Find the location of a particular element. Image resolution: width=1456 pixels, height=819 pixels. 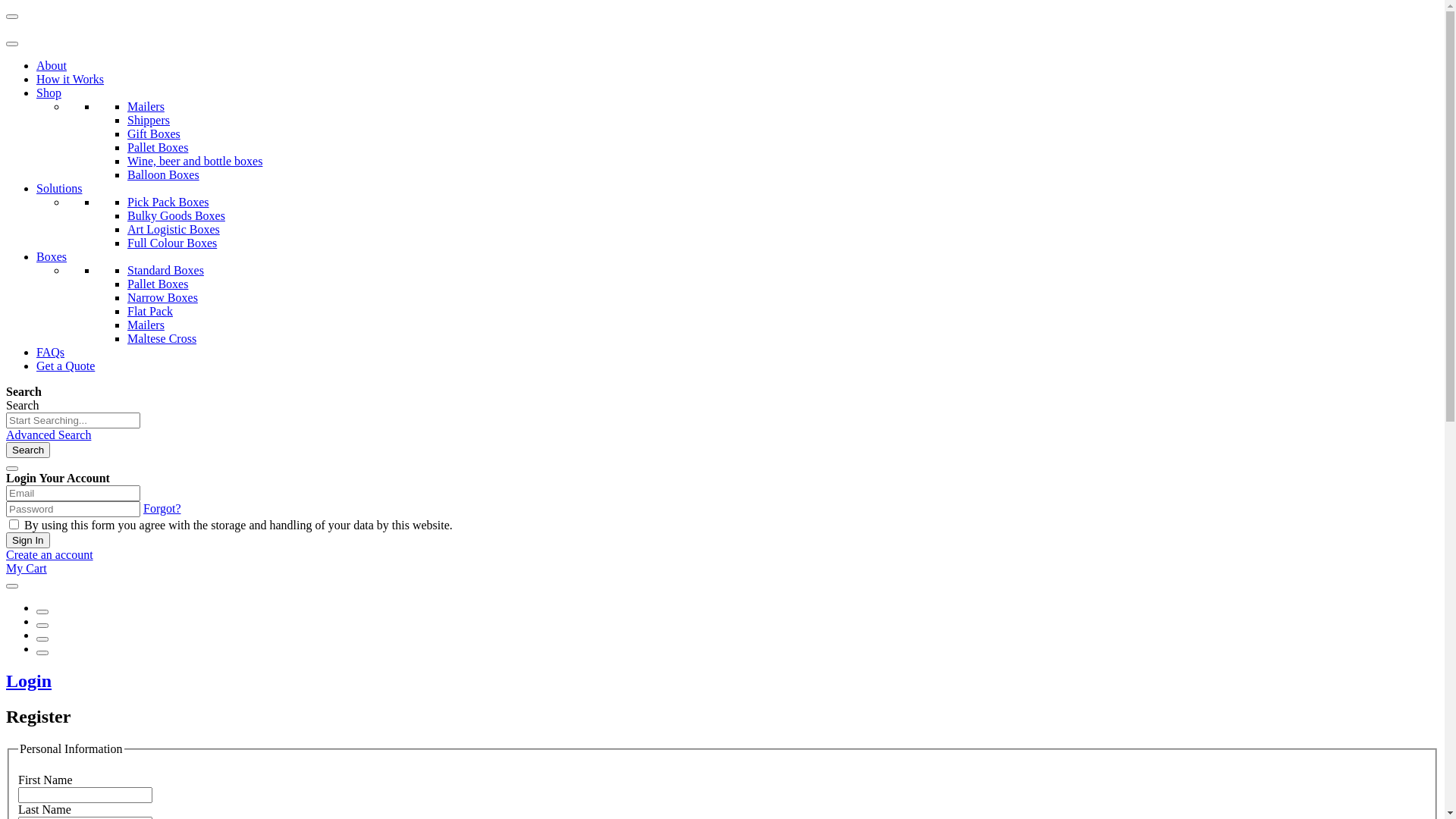

'Shop' is located at coordinates (49, 93).